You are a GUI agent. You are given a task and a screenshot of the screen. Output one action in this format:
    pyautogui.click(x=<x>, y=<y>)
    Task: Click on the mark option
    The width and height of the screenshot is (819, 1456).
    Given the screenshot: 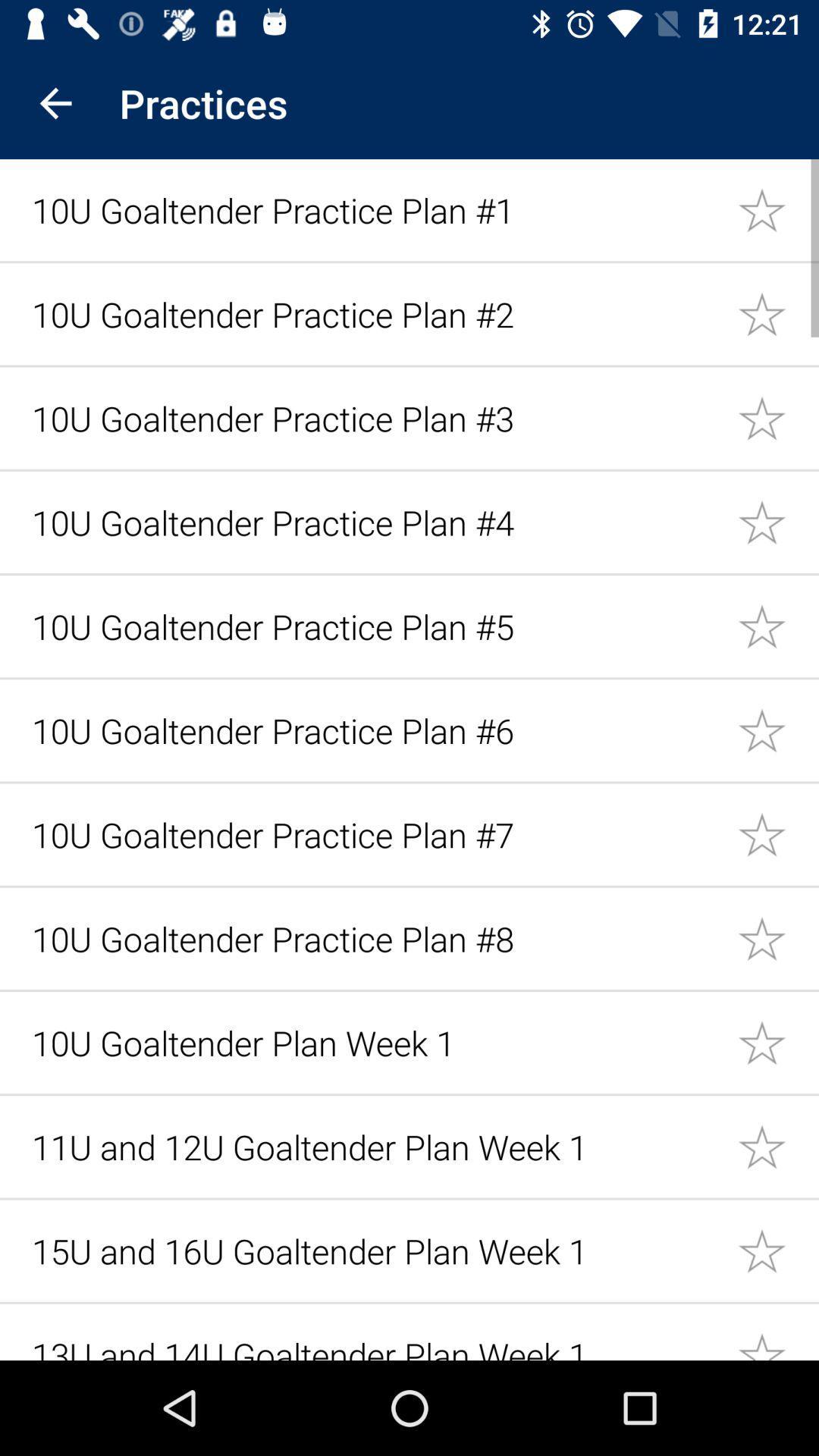 What is the action you would take?
    pyautogui.click(x=778, y=1250)
    